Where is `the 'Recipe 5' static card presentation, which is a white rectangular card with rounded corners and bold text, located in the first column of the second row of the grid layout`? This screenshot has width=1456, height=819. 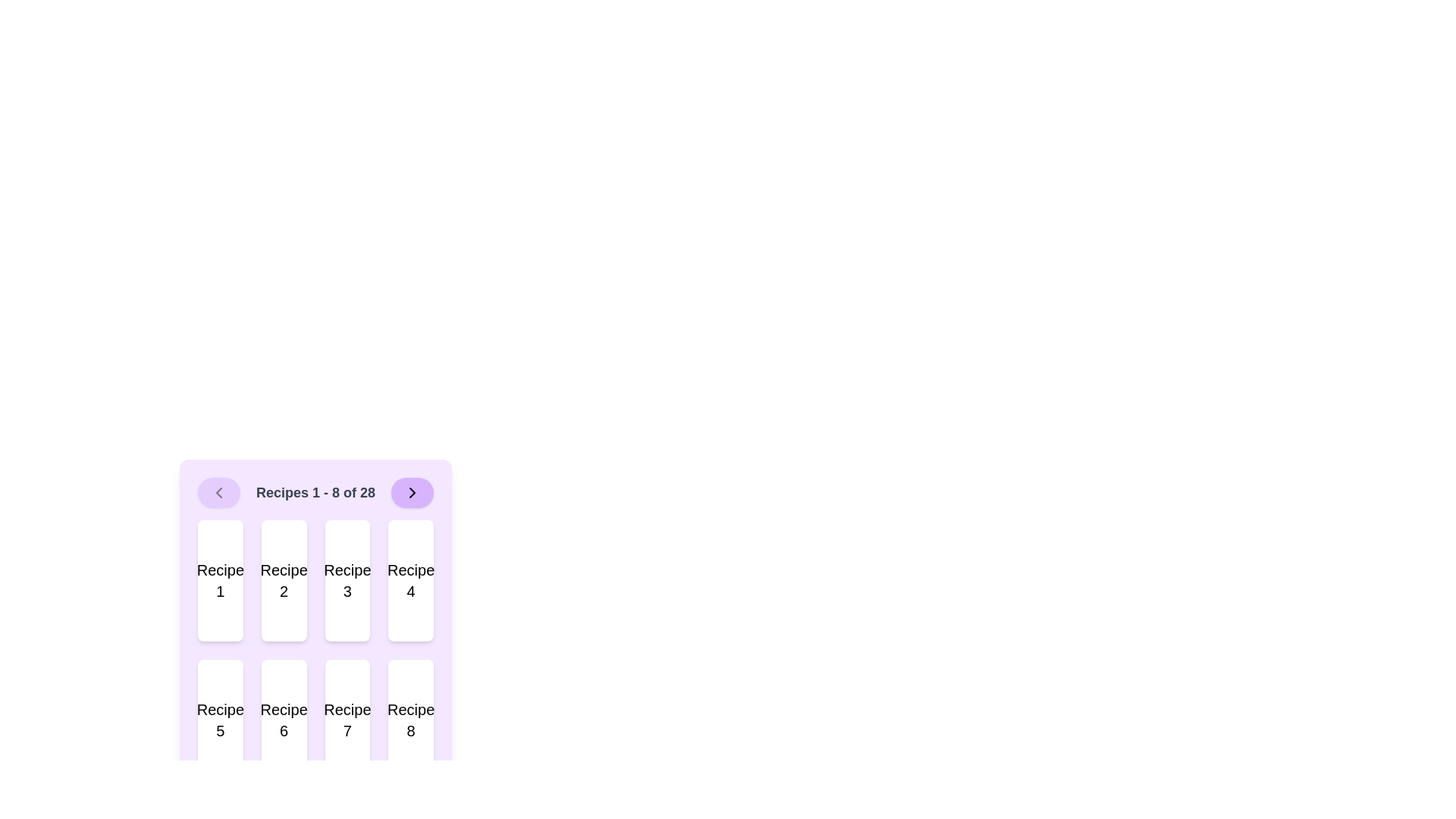 the 'Recipe 5' static card presentation, which is a white rectangular card with rounded corners and bold text, located in the first column of the second row of the grid layout is located at coordinates (219, 719).